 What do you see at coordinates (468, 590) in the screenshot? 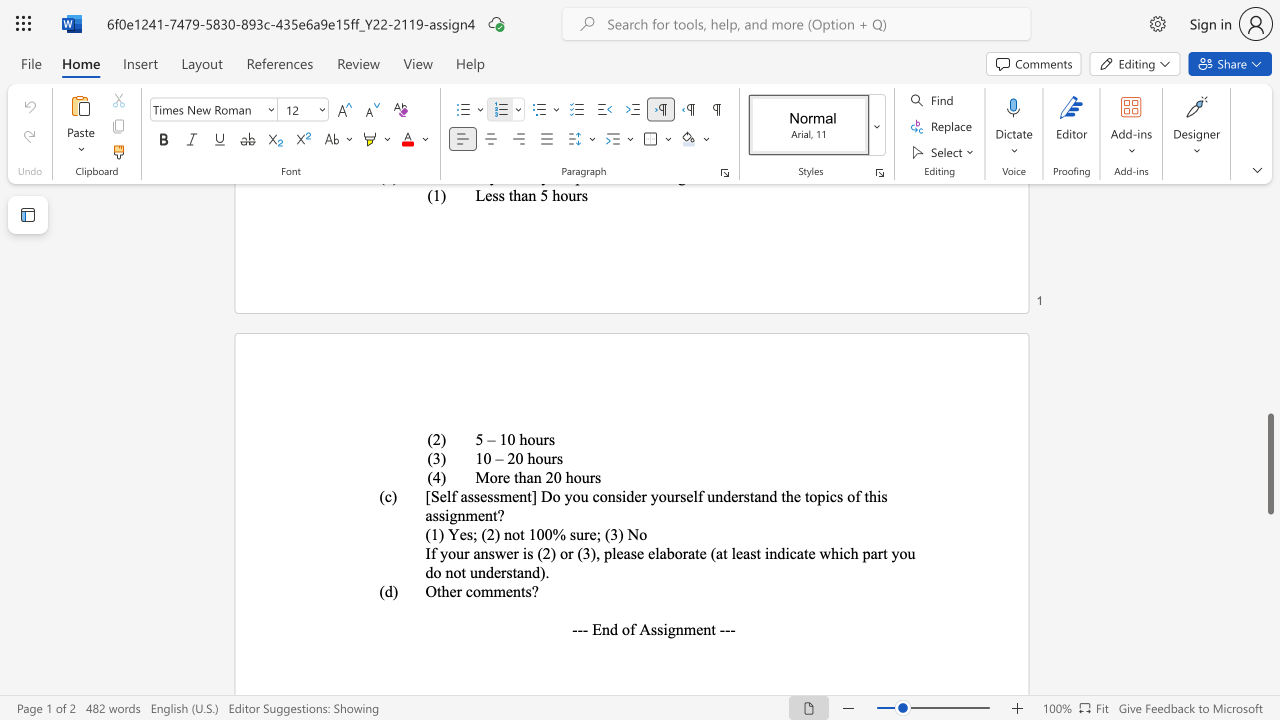
I see `the 1th character "c" in the text` at bounding box center [468, 590].